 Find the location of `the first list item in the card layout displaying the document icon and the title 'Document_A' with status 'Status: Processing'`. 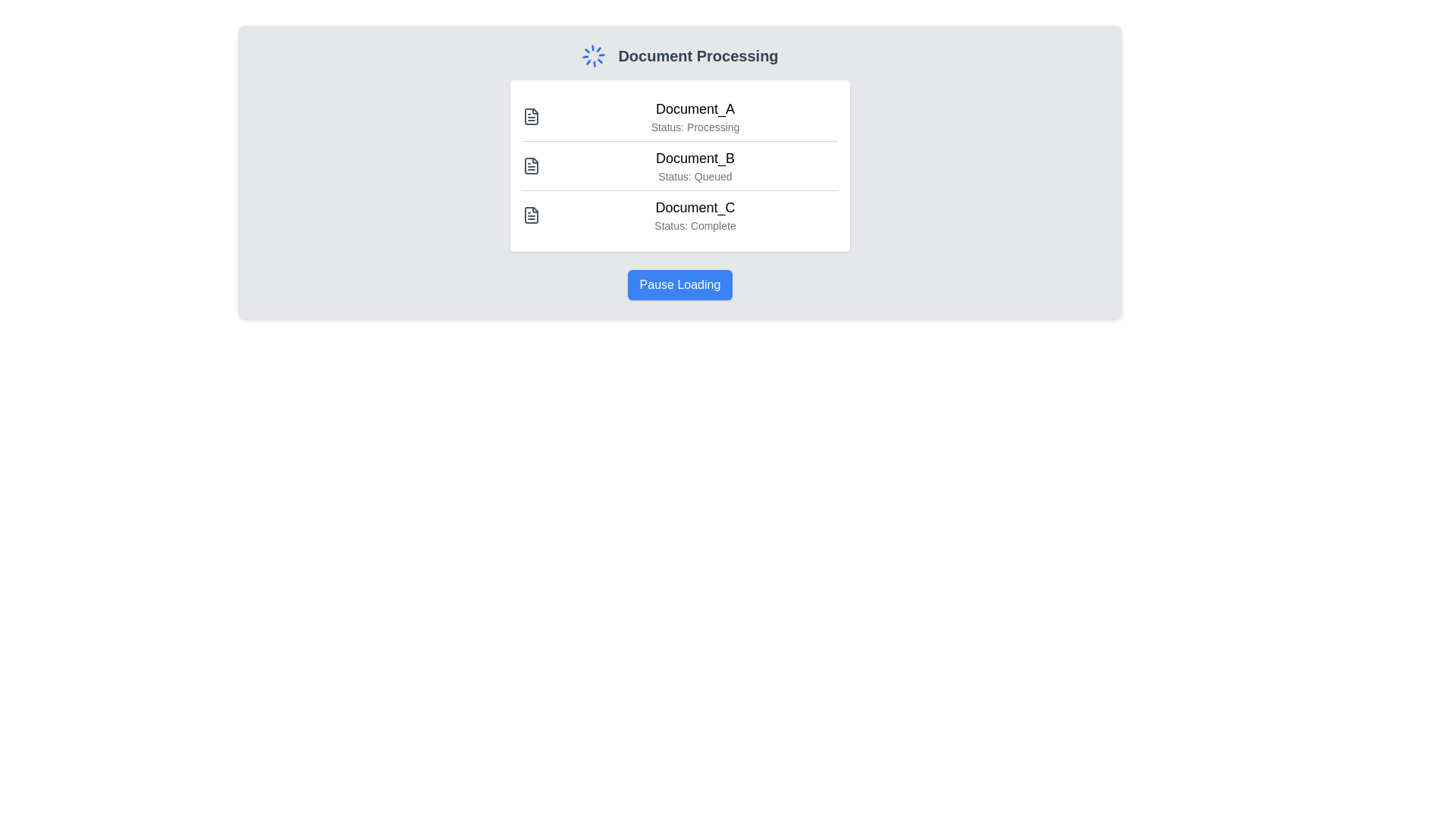

the first list item in the card layout displaying the document icon and the title 'Document_A' with status 'Status: Processing' is located at coordinates (679, 116).